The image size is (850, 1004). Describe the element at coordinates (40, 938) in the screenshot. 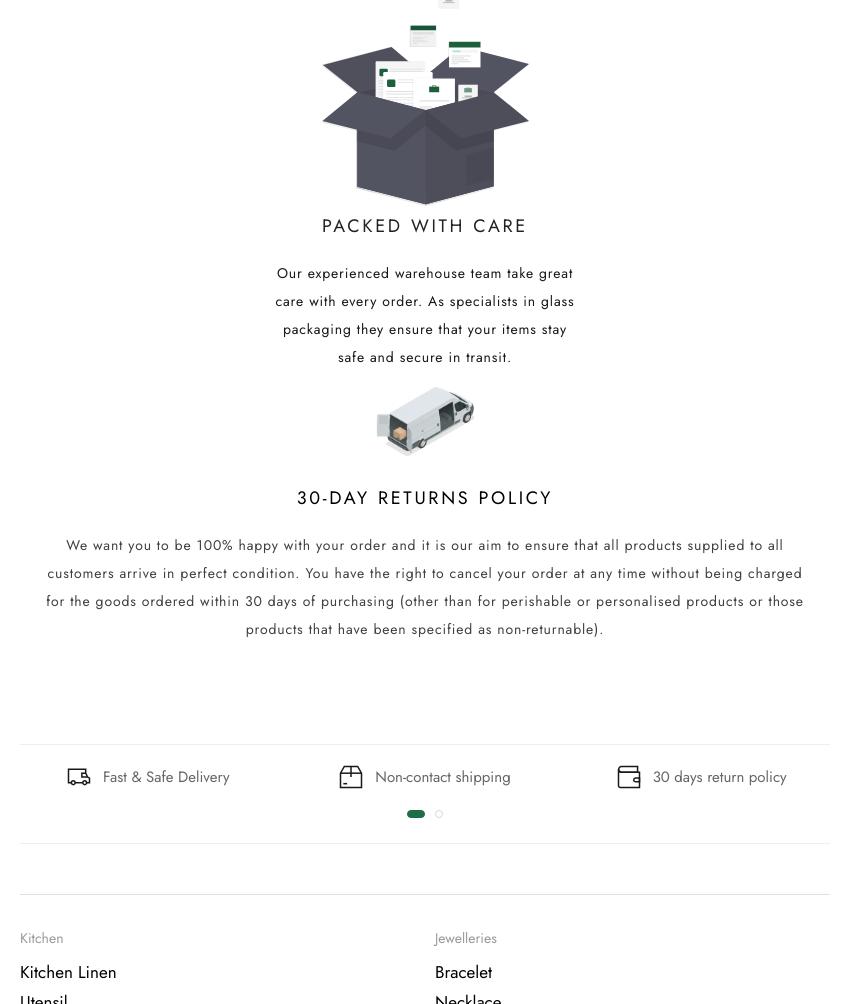

I see `'Kitchen'` at that location.